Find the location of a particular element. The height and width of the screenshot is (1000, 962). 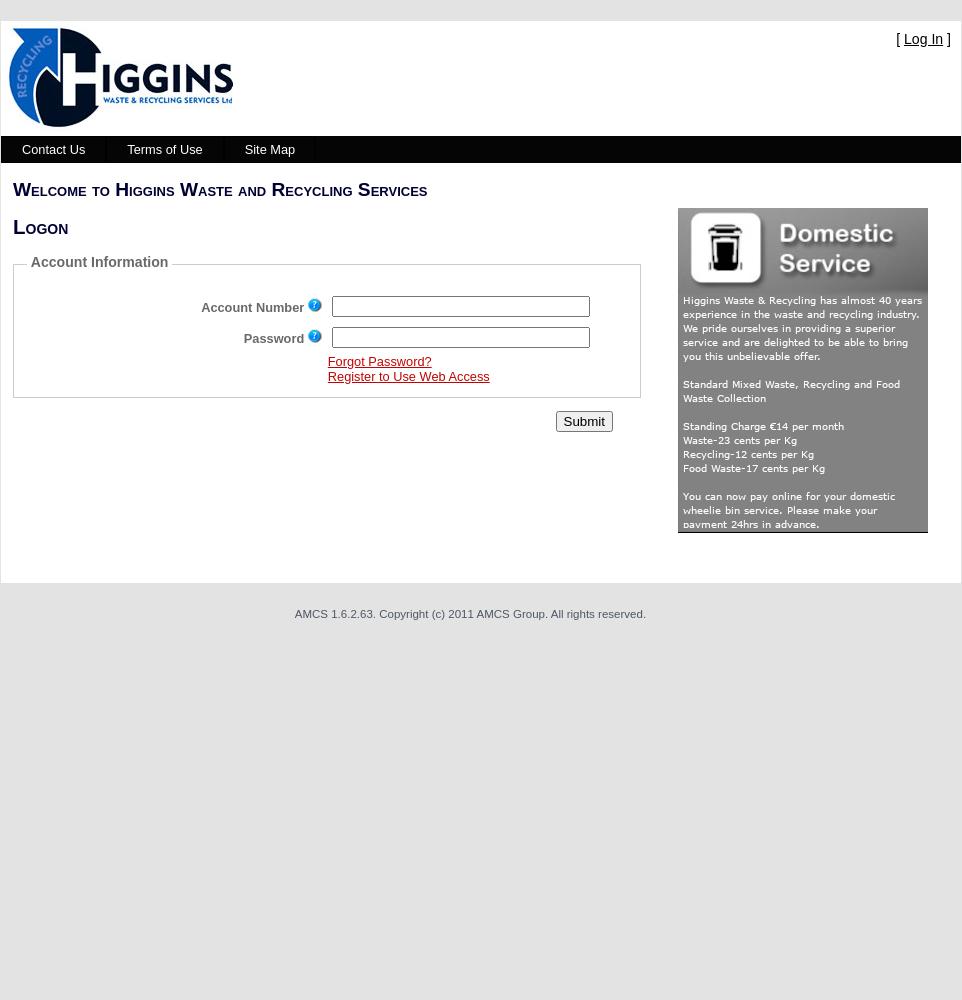

'Terms of Use' is located at coordinates (164, 149).